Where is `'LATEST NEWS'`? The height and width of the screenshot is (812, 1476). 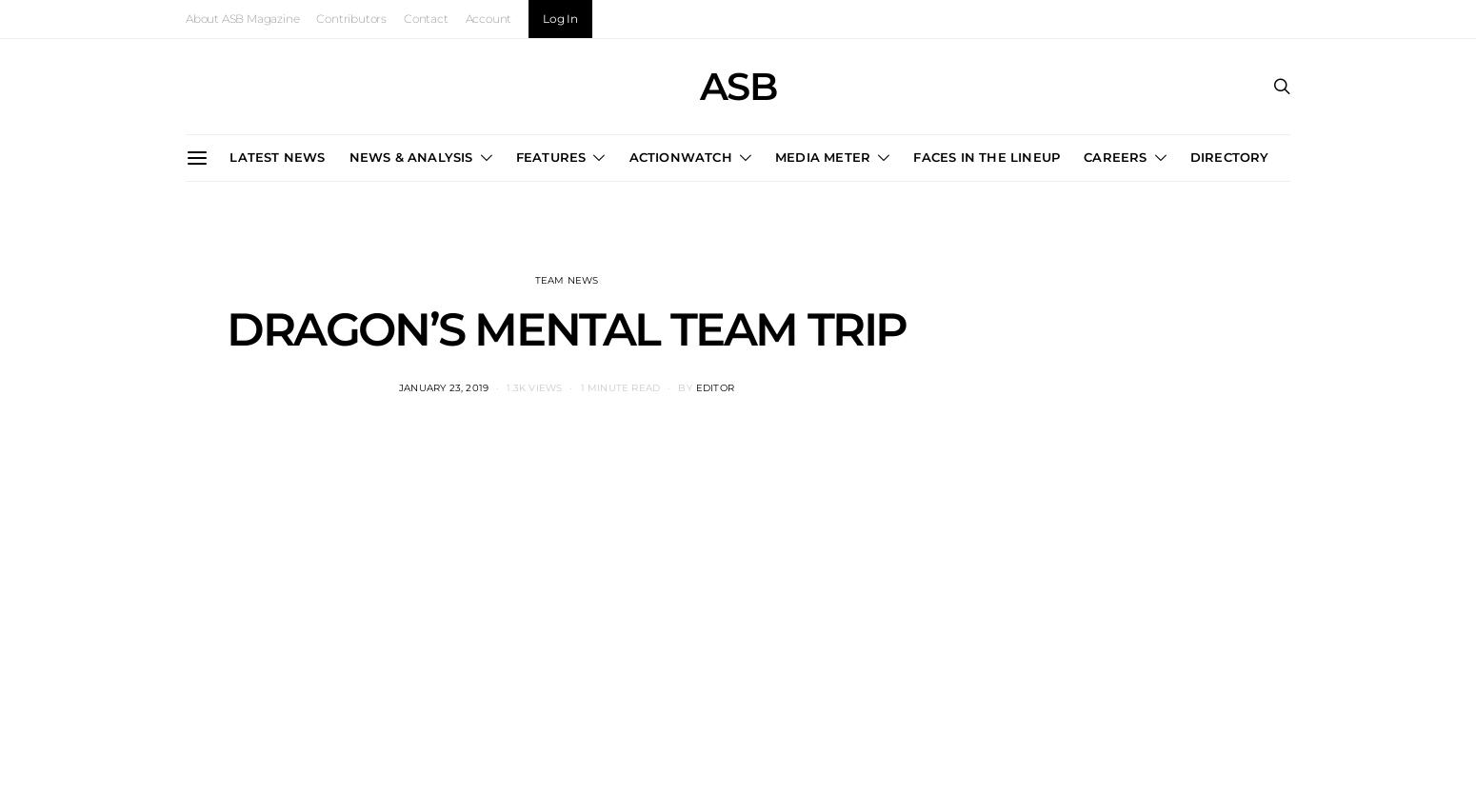
'LATEST NEWS' is located at coordinates (229, 155).